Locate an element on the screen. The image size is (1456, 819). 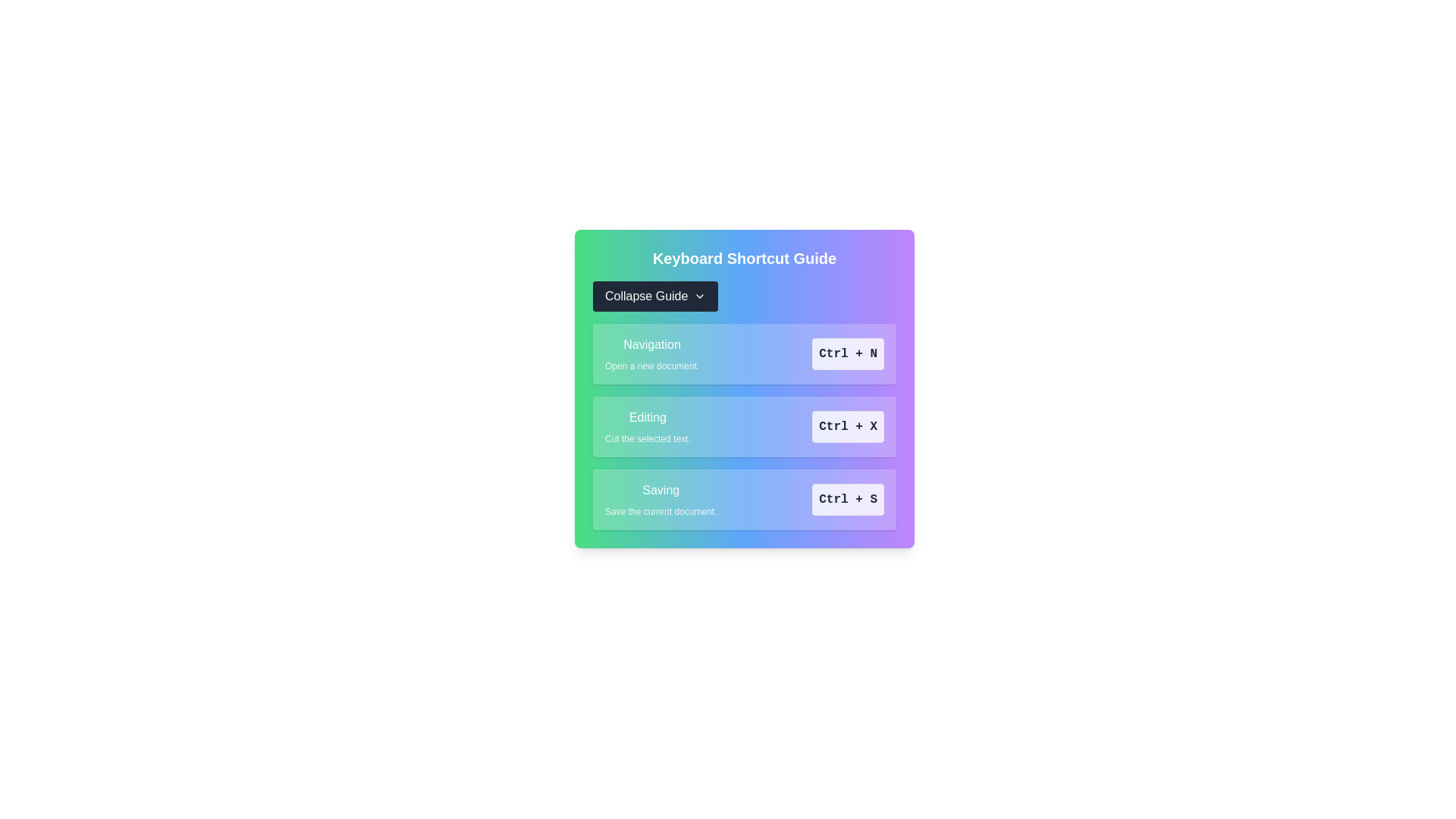
the highlighted Text Label that describes the keyboard shortcut 'Ctrl + X' for the 'Cut' action, which is the second entry in a vertical list is located at coordinates (648, 427).